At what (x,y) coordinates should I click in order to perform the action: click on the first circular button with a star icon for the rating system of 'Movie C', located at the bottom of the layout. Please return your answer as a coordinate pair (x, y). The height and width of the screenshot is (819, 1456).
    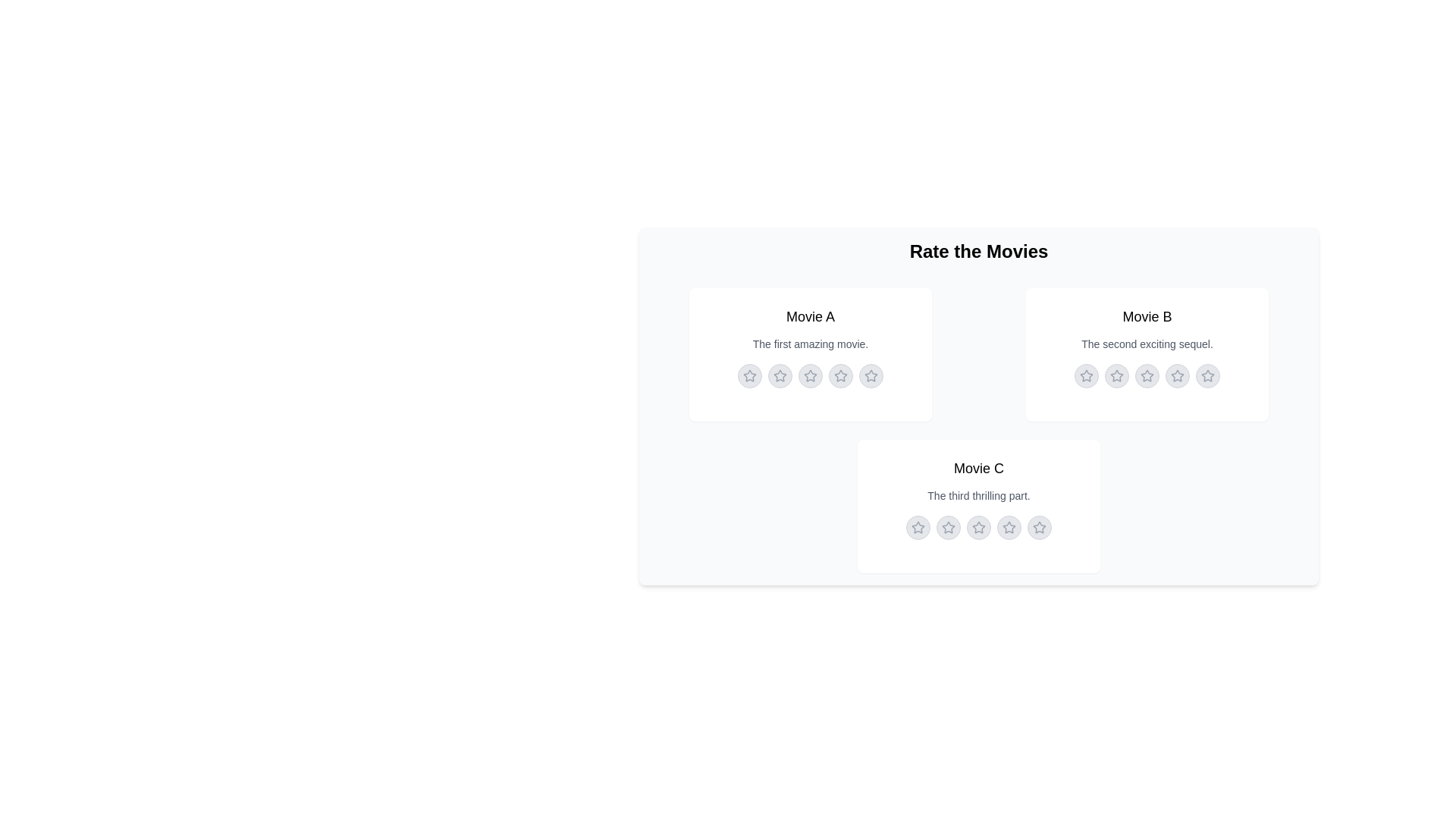
    Looking at the image, I should click on (917, 526).